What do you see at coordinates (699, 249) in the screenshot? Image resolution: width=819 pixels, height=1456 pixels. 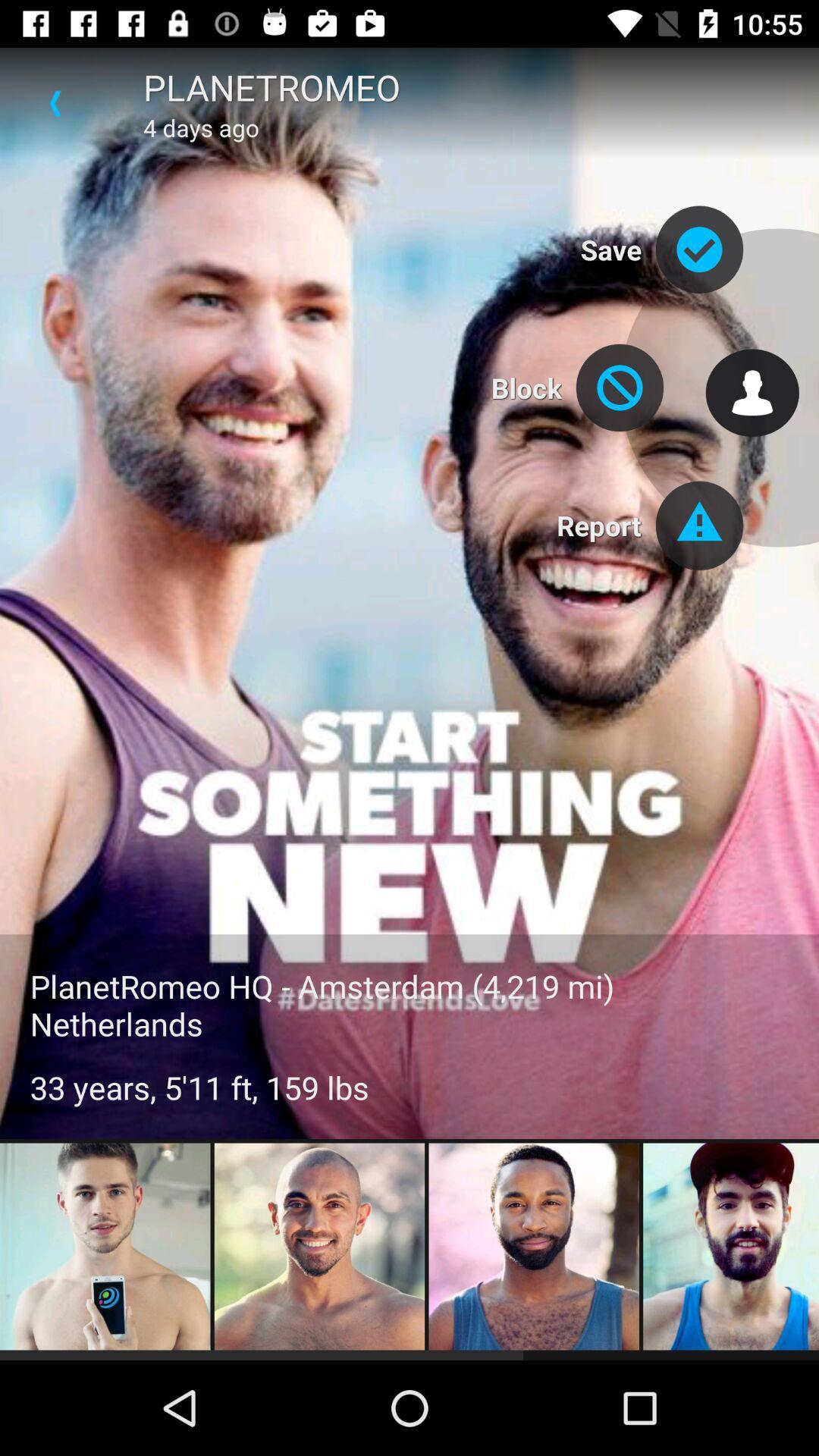 I see `the check icon` at bounding box center [699, 249].